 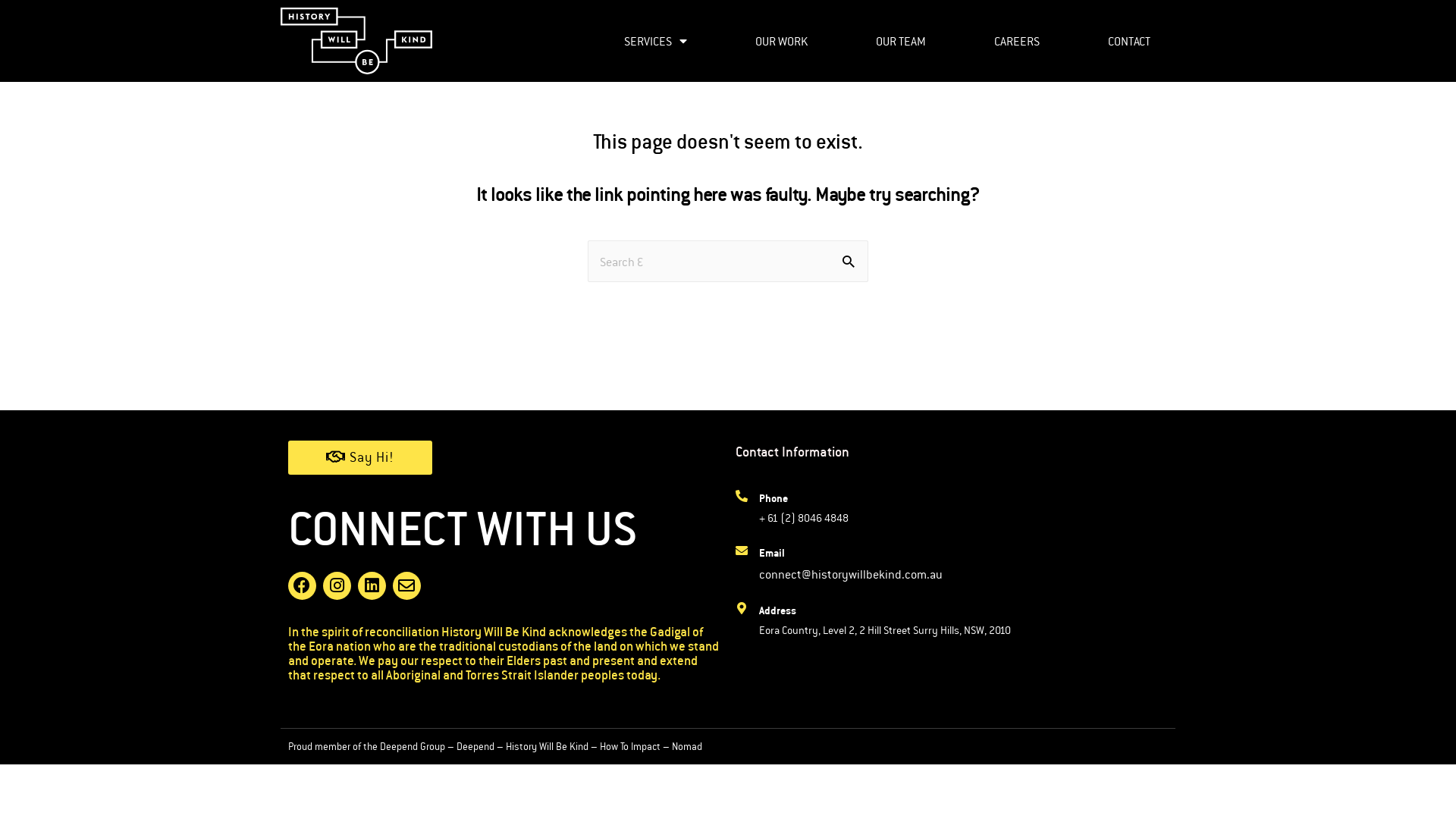 What do you see at coordinates (475, 745) in the screenshot?
I see `'Deepend'` at bounding box center [475, 745].